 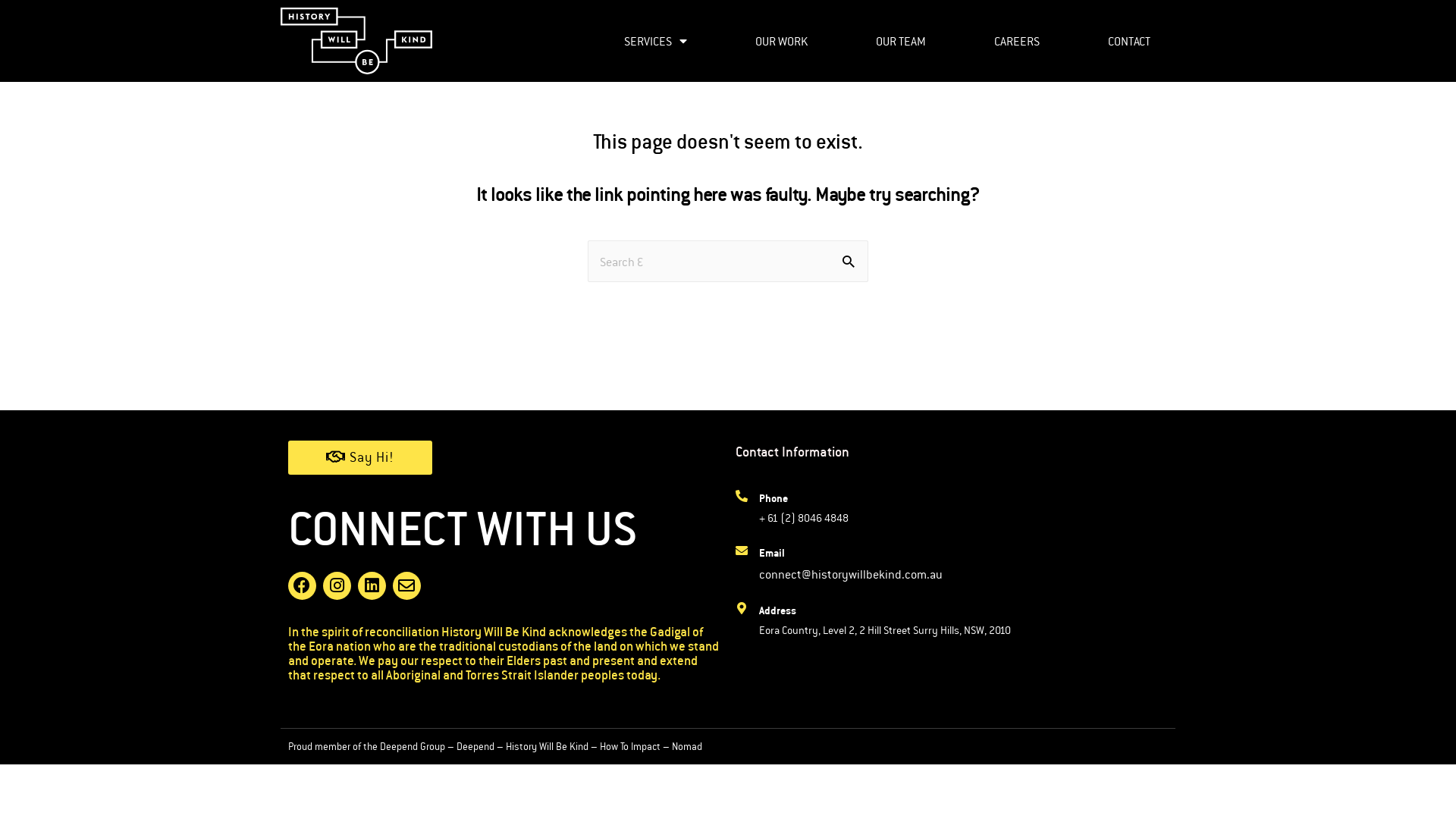 What do you see at coordinates (475, 745) in the screenshot?
I see `'Deepend'` at bounding box center [475, 745].